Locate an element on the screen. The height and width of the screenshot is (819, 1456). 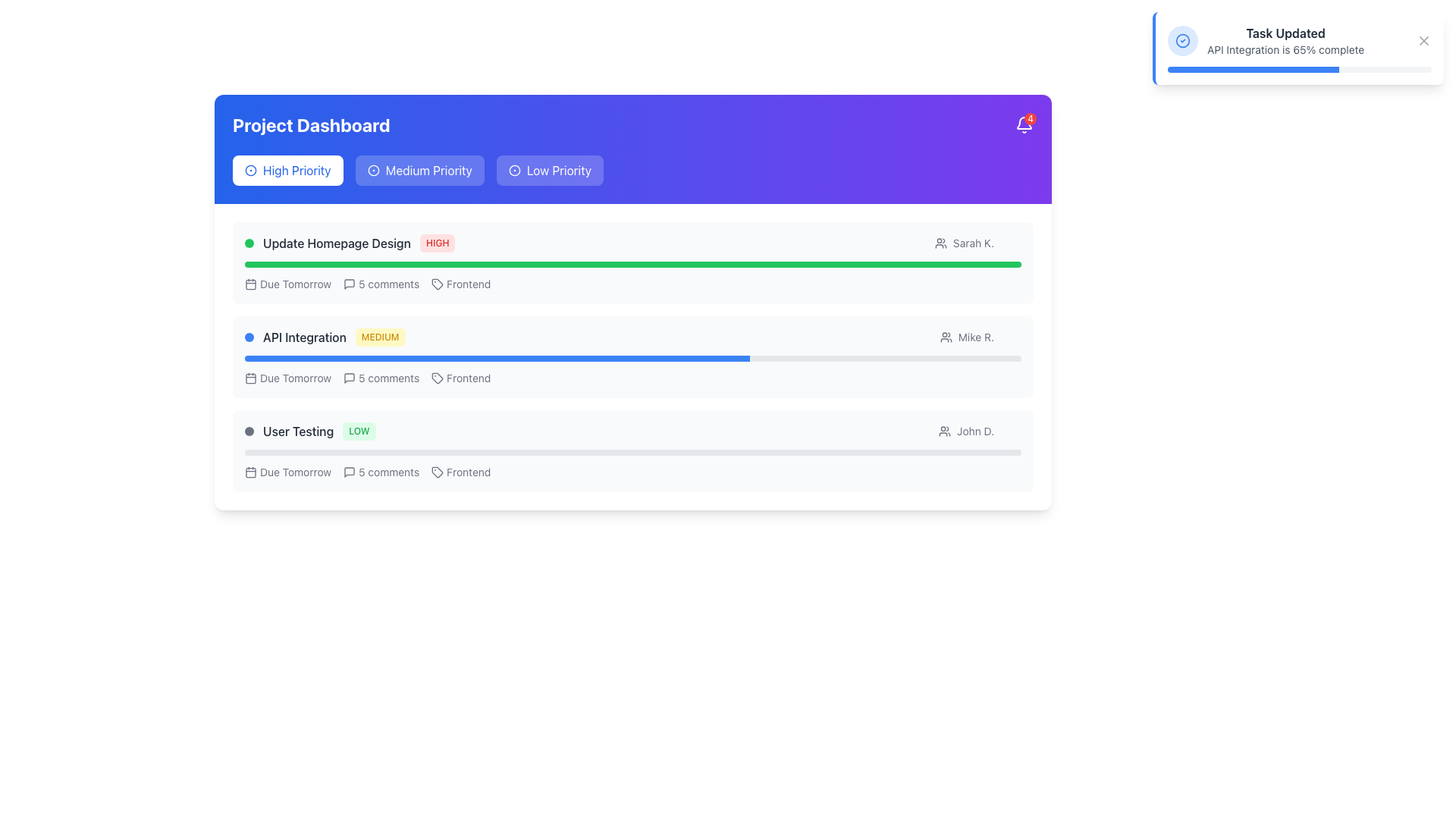
the text label indicating the due date for the task 'Update Homepage Design' in the Project Dashboard, which is positioned next to a calendar icon is located at coordinates (296, 284).